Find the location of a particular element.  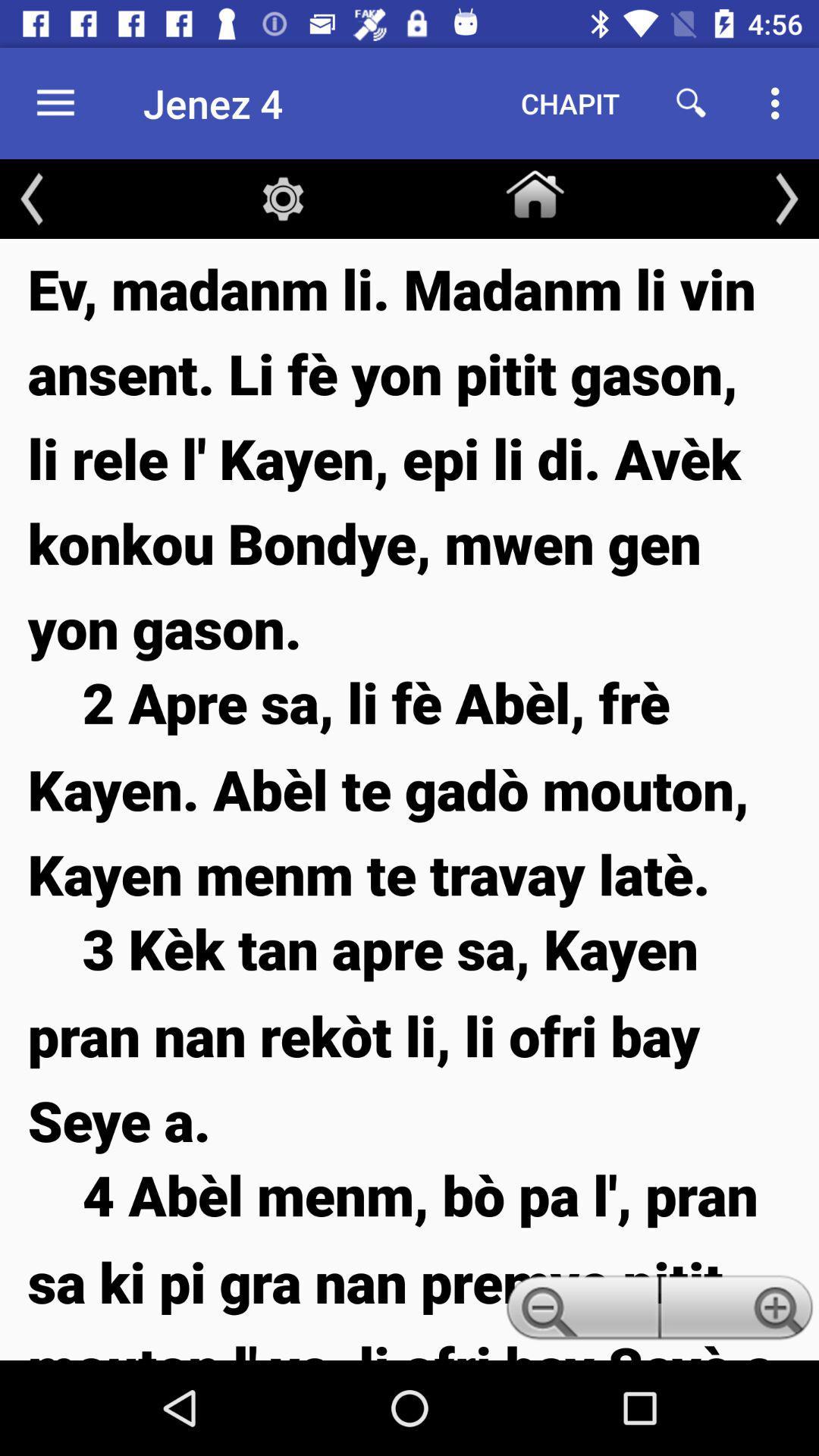

the arrow_forward icon is located at coordinates (786, 198).